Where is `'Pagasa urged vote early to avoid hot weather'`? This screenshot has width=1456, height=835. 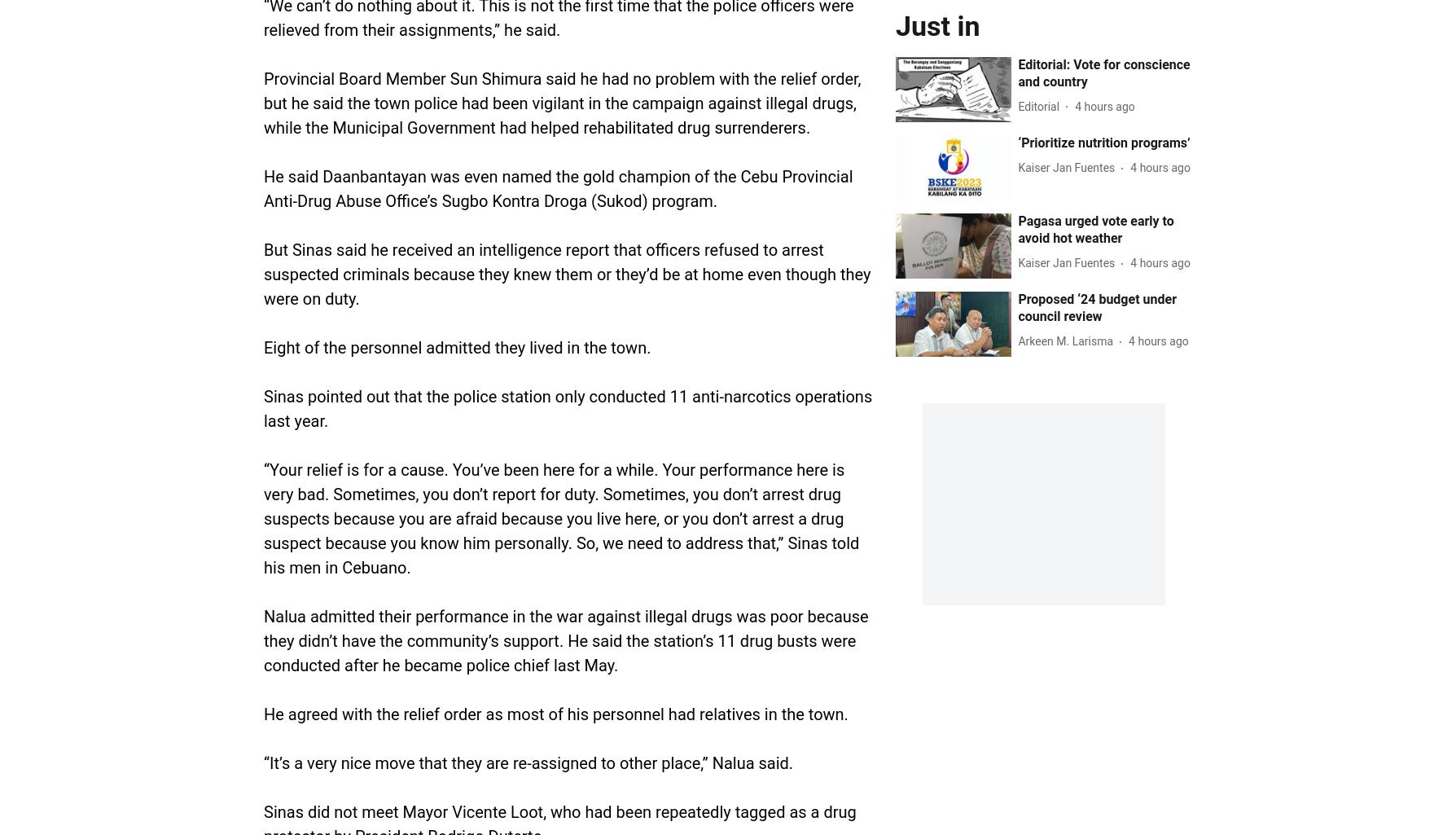 'Pagasa urged vote early to avoid hot weather' is located at coordinates (1016, 229).